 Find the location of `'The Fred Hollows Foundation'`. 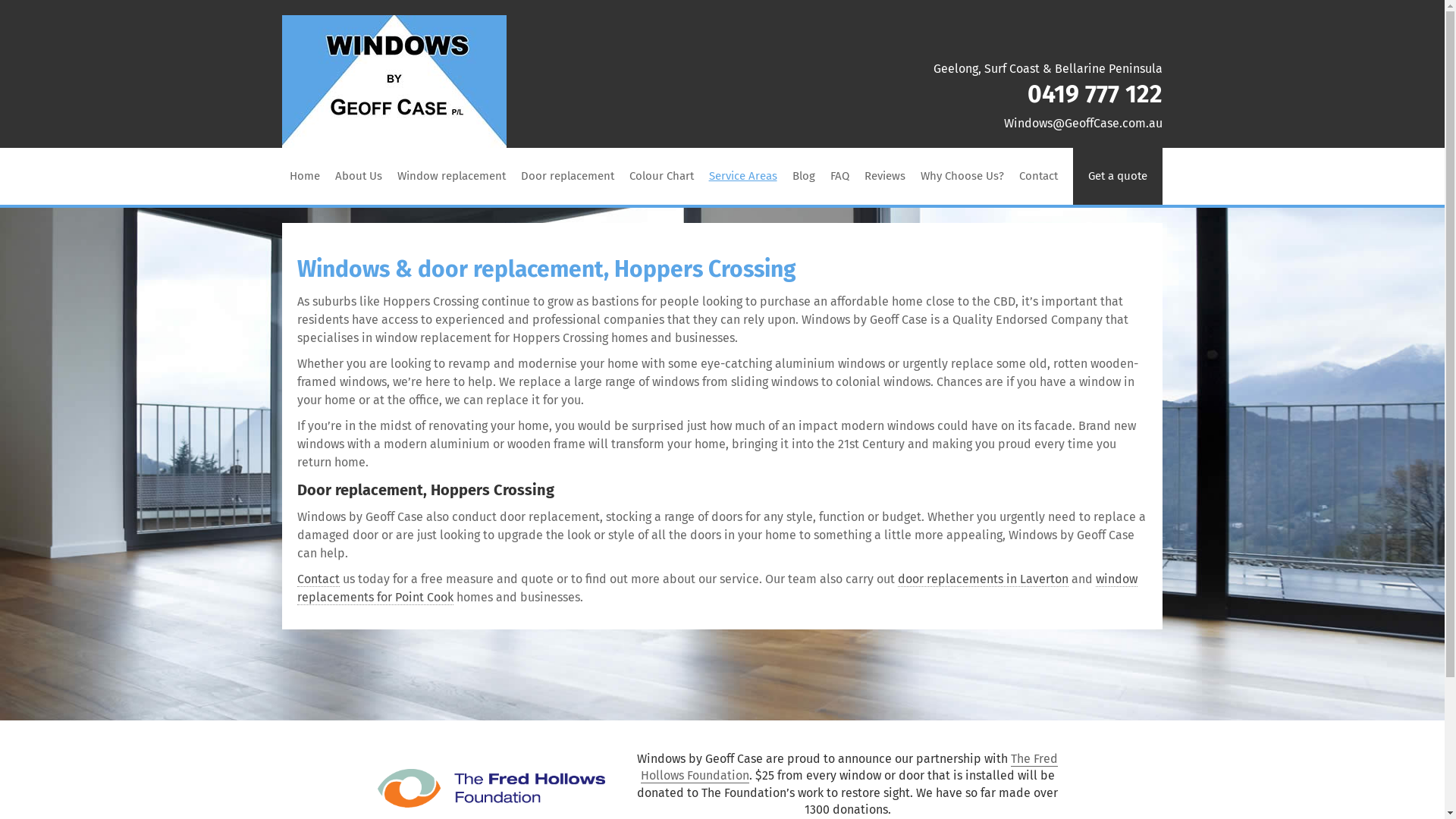

'The Fred Hollows Foundation' is located at coordinates (848, 767).